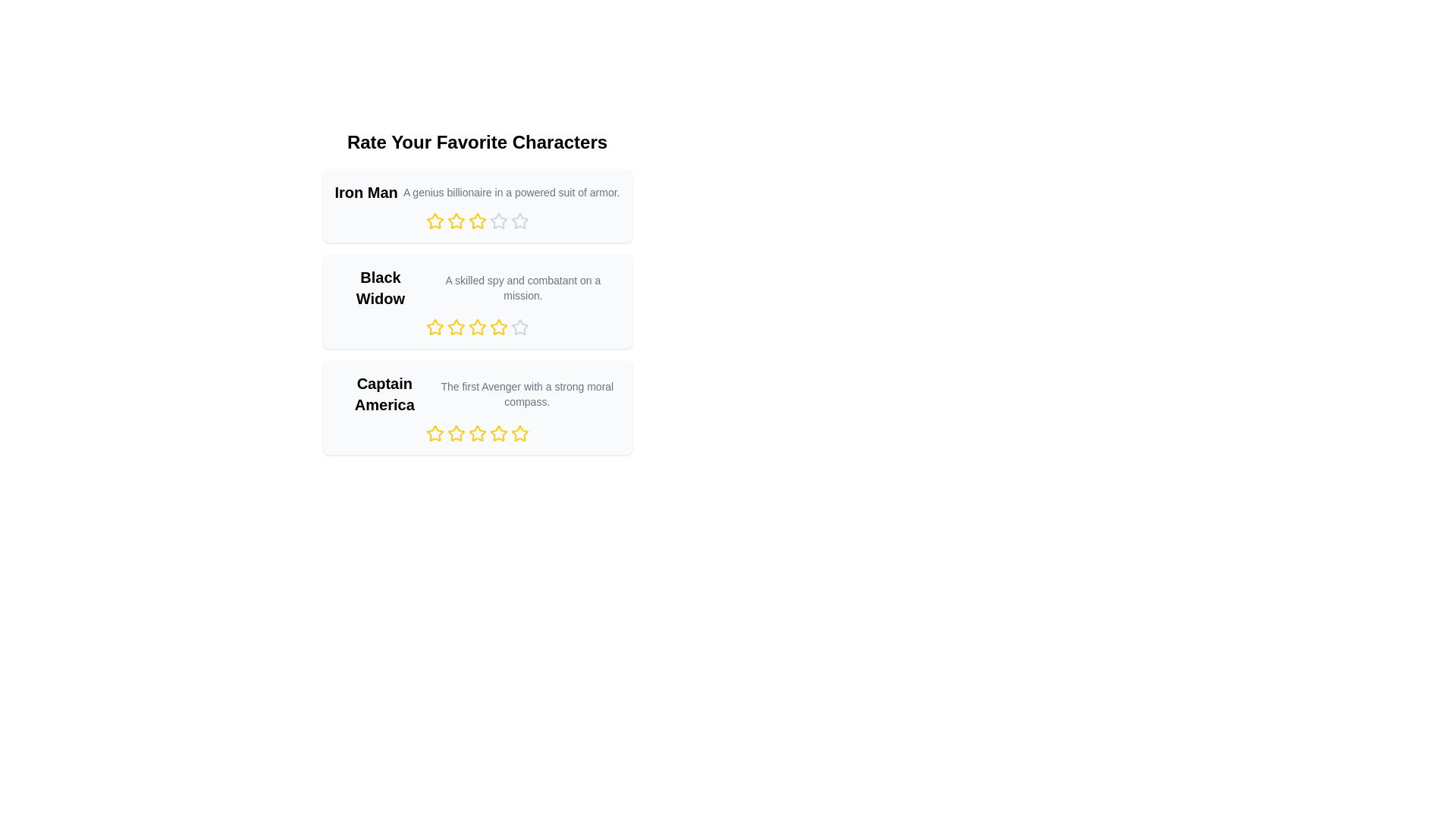  What do you see at coordinates (434, 327) in the screenshot?
I see `the yellow star icon in the second row under the 'Black Widow' section` at bounding box center [434, 327].